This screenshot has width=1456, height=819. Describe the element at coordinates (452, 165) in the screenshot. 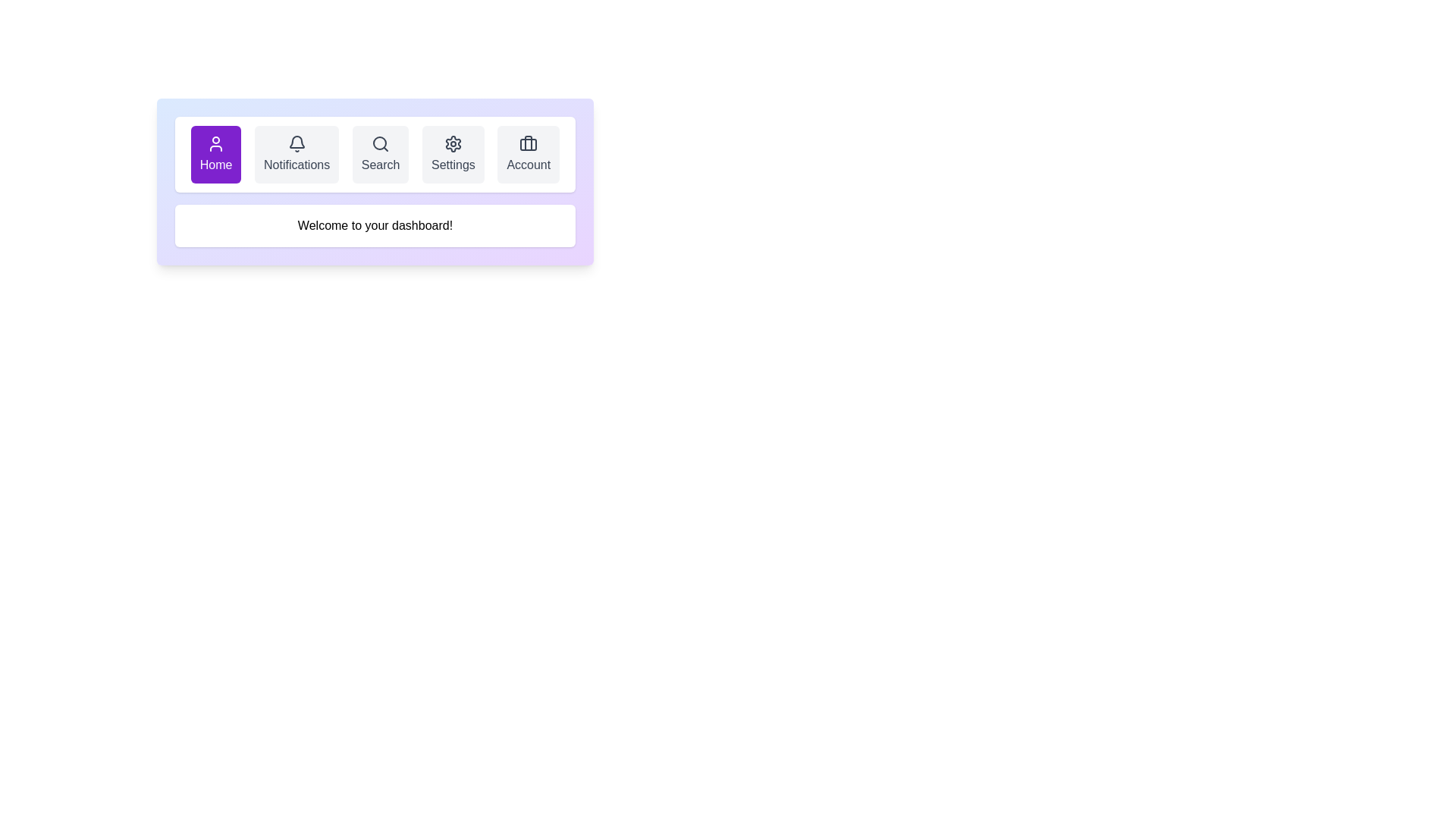

I see `'Settings' text label located in the fourth navigational item of the upper navigation menu, which is displayed in bold, dark gray font below a gear icon` at that location.